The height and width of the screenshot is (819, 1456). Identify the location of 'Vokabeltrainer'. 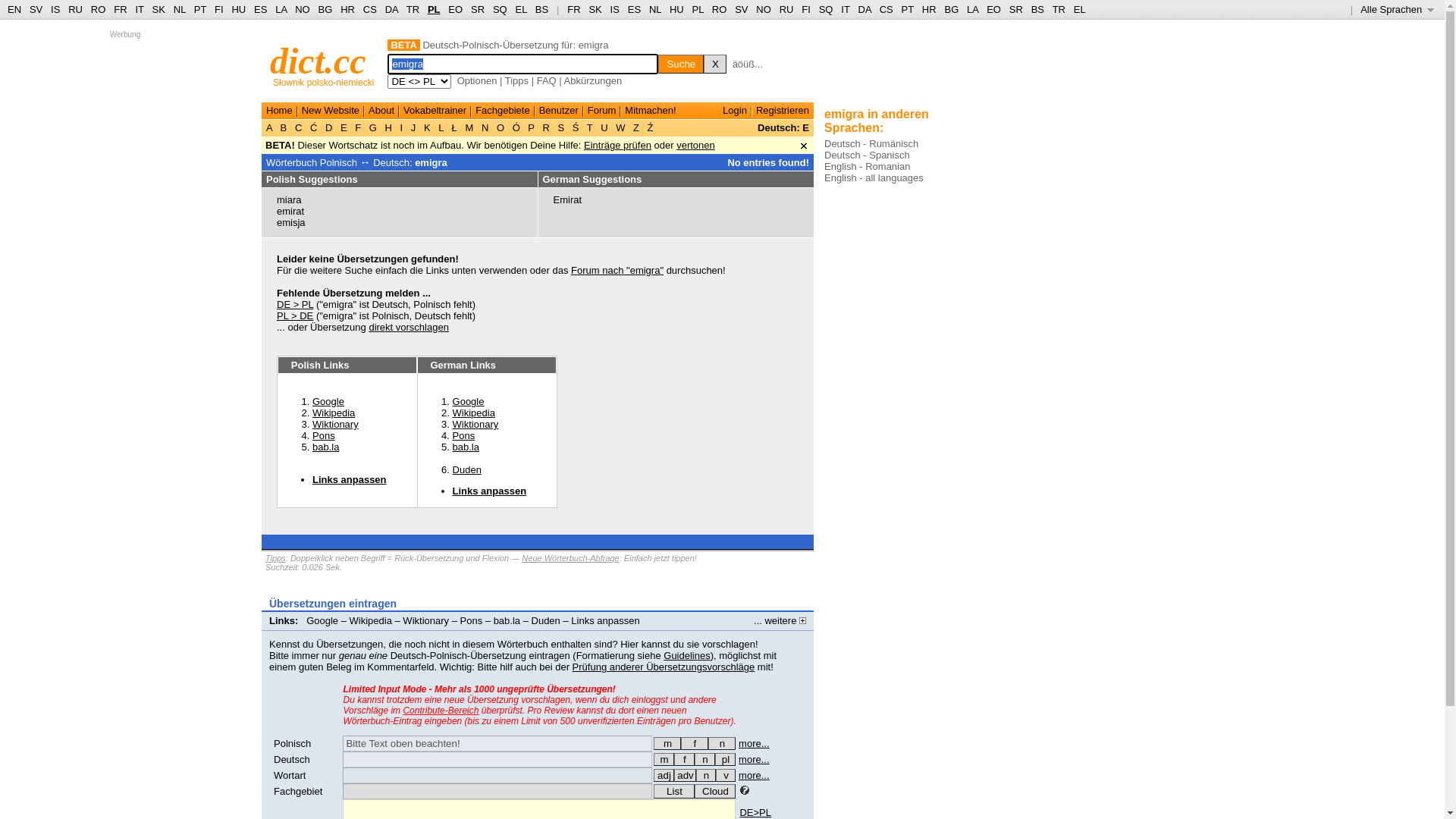
(434, 109).